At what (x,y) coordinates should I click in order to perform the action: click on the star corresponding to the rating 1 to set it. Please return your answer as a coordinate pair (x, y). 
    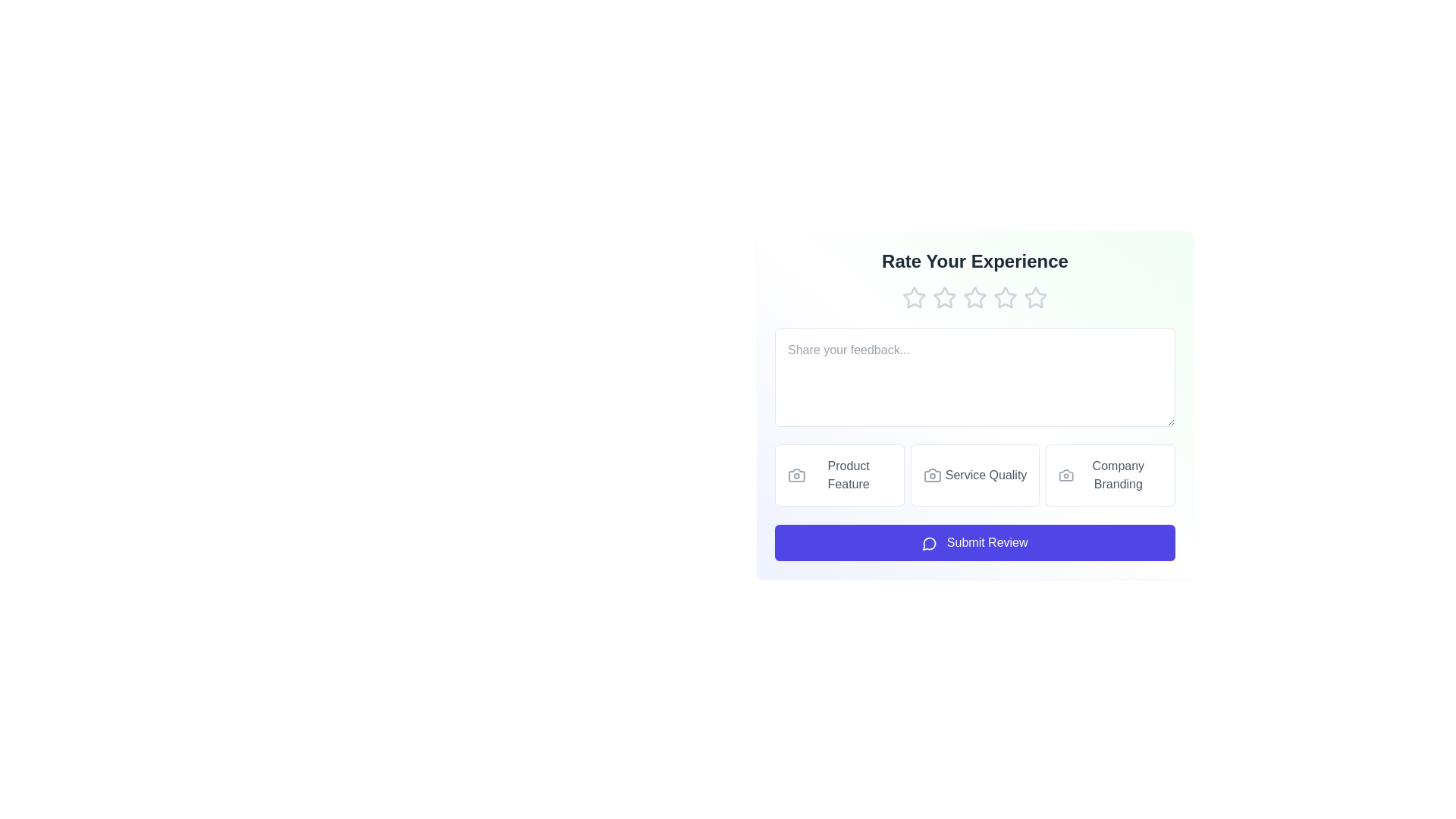
    Looking at the image, I should click on (913, 298).